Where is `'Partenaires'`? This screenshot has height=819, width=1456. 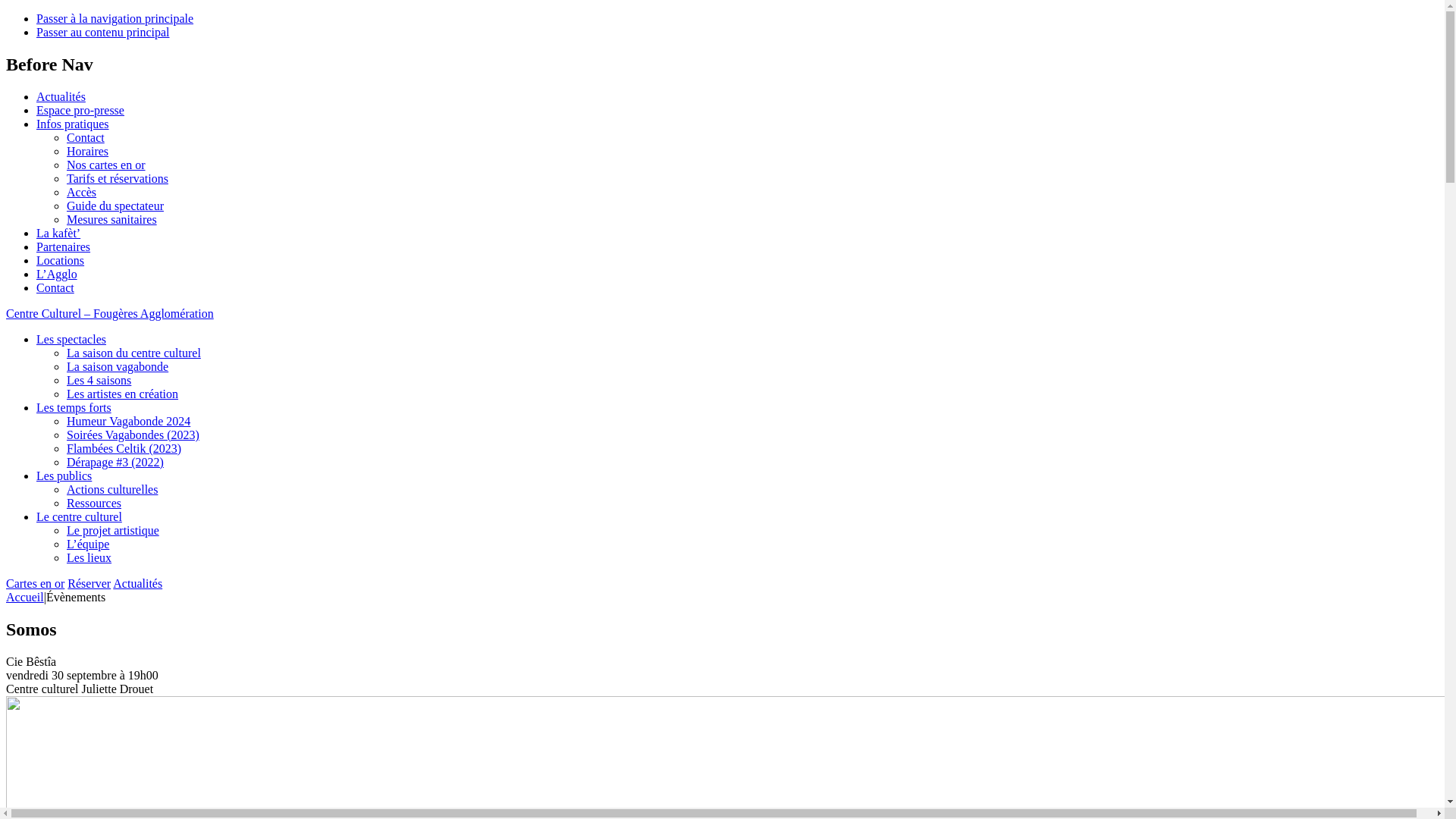 'Partenaires' is located at coordinates (62, 246).